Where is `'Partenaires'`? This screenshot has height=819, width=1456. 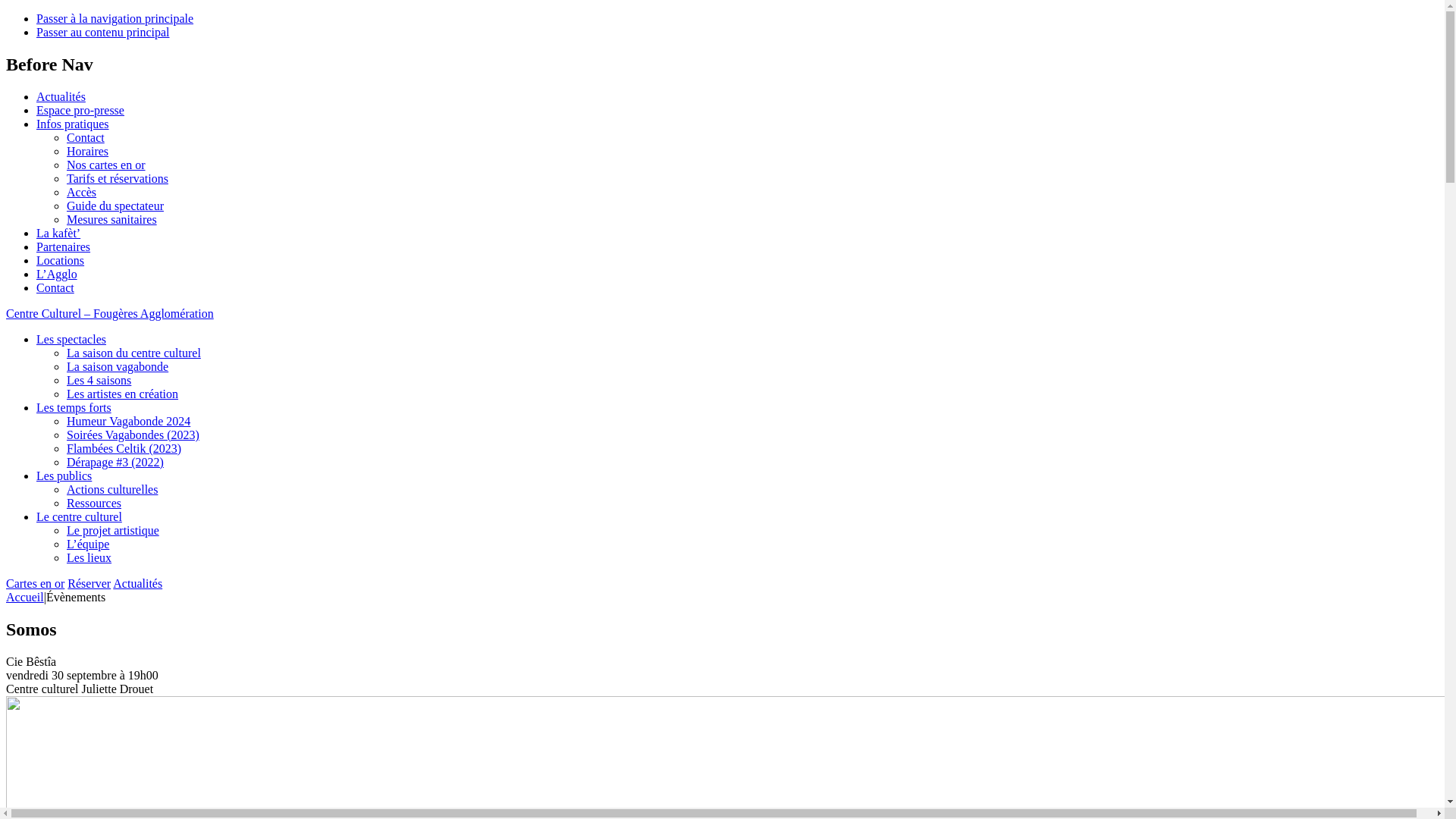 'Partenaires' is located at coordinates (62, 246).